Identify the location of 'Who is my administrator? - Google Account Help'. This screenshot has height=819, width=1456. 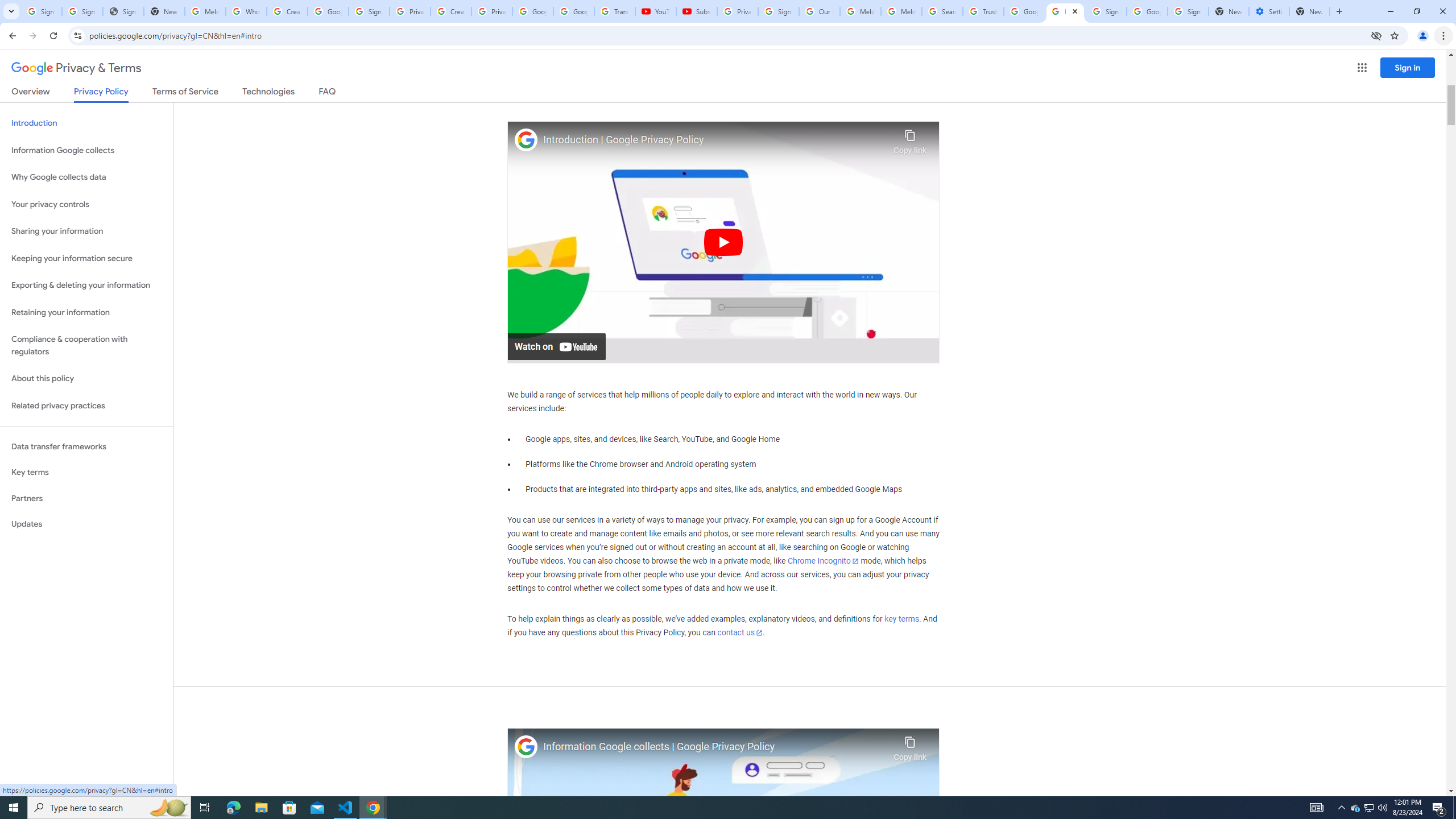
(246, 11).